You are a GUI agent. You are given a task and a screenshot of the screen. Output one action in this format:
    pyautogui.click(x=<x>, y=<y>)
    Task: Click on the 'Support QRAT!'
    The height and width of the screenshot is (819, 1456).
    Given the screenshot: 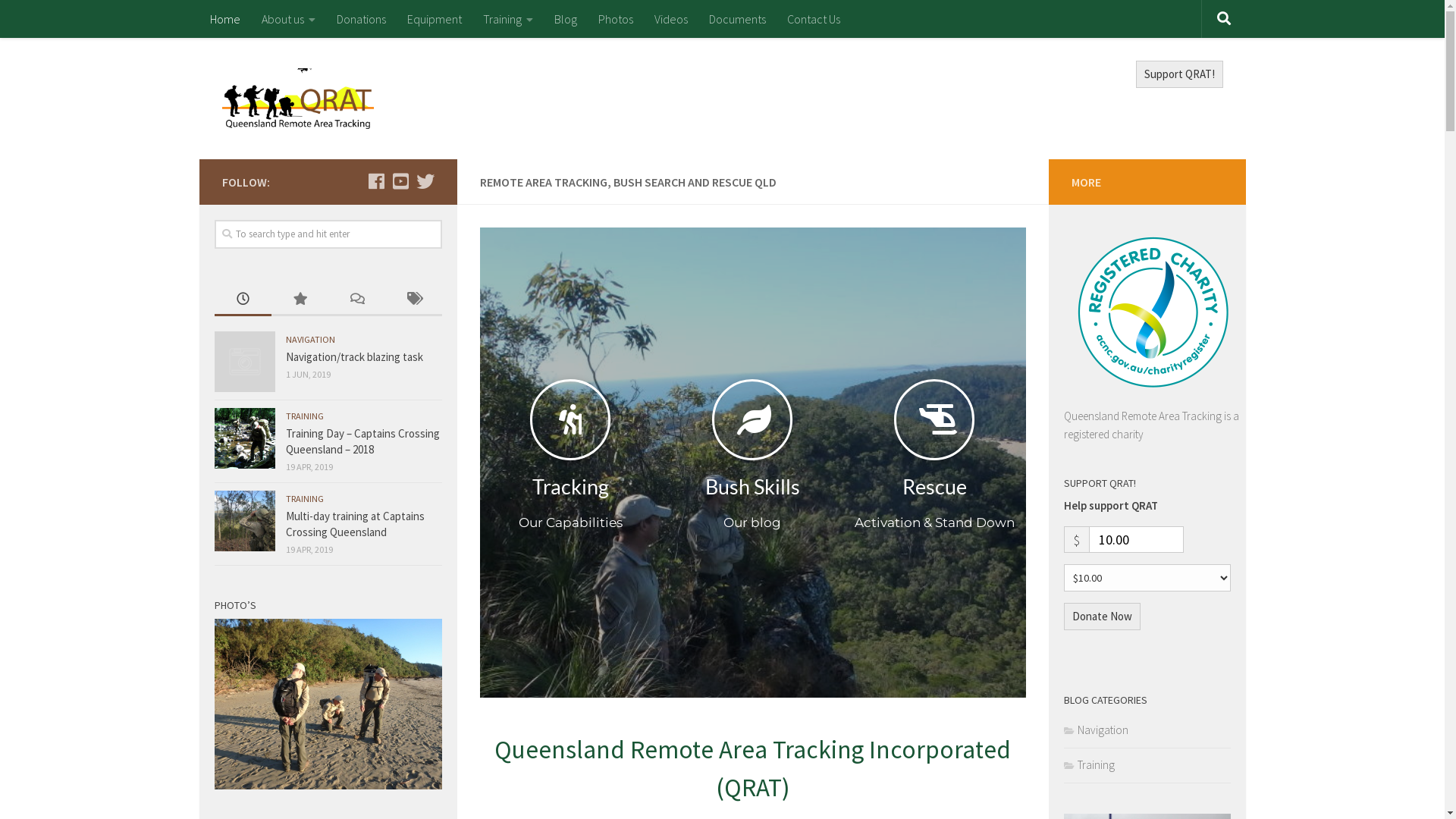 What is the action you would take?
    pyautogui.click(x=1178, y=74)
    